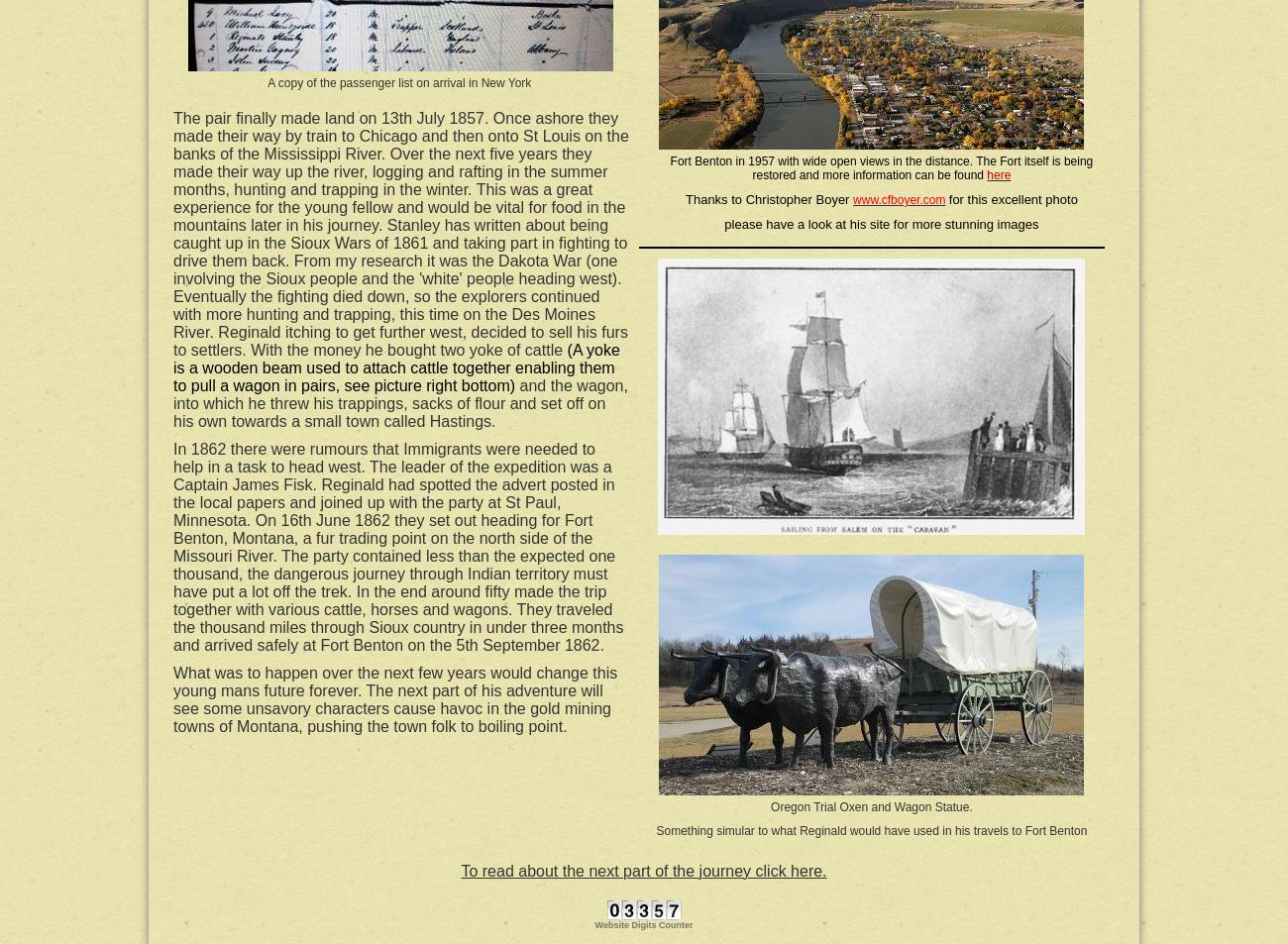  Describe the element at coordinates (669, 167) in the screenshot. I see `'Fort Benton in 1957 with wide open views in the distance. The Fort itself is being restored and more information can be found'` at that location.